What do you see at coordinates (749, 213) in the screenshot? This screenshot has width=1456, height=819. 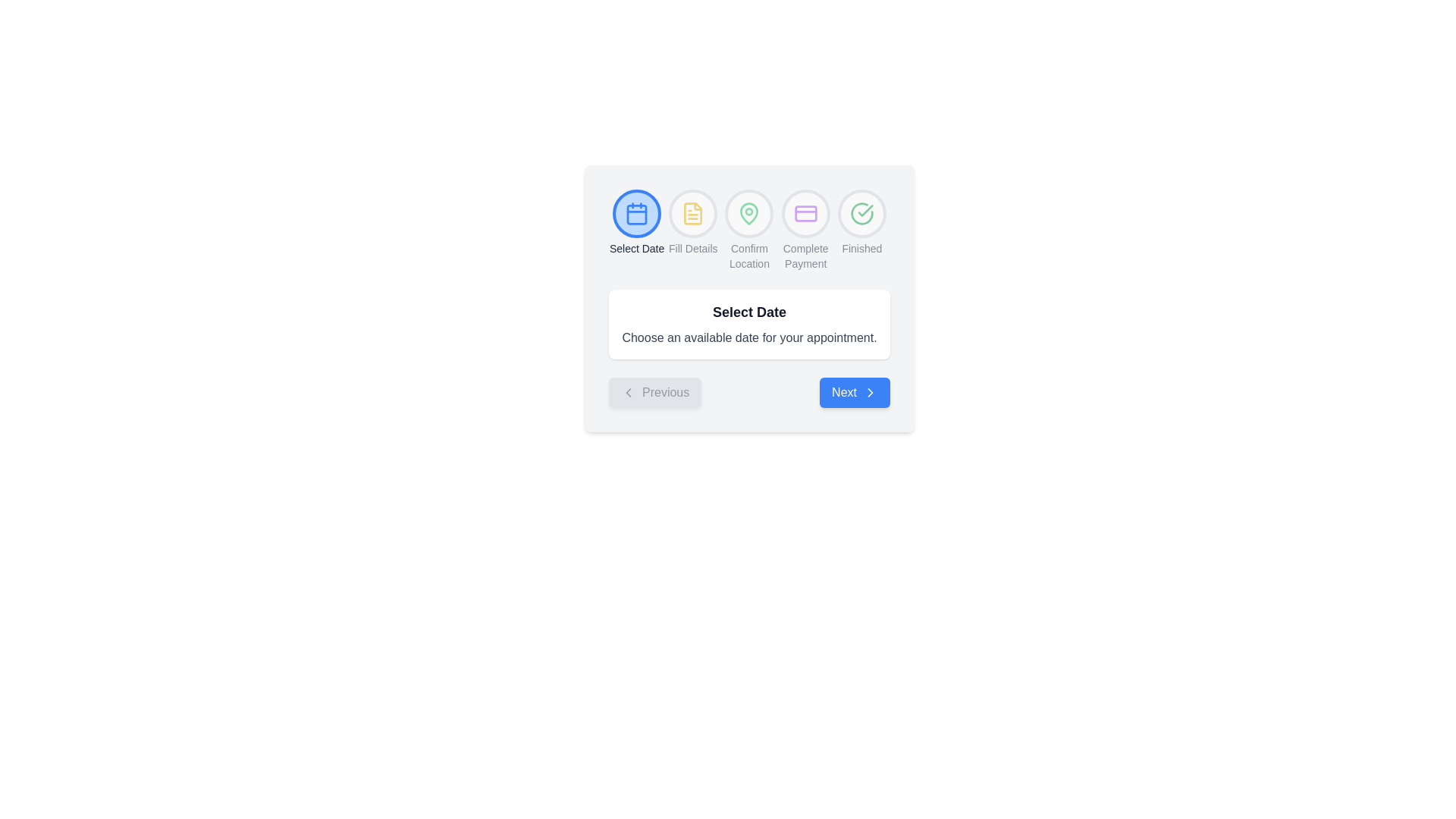 I see `the decorative icon component that represents the 'Confirm Location' step in the multi-step navigation interface, which is the third icon from the left in the horizontal sequence` at bounding box center [749, 213].